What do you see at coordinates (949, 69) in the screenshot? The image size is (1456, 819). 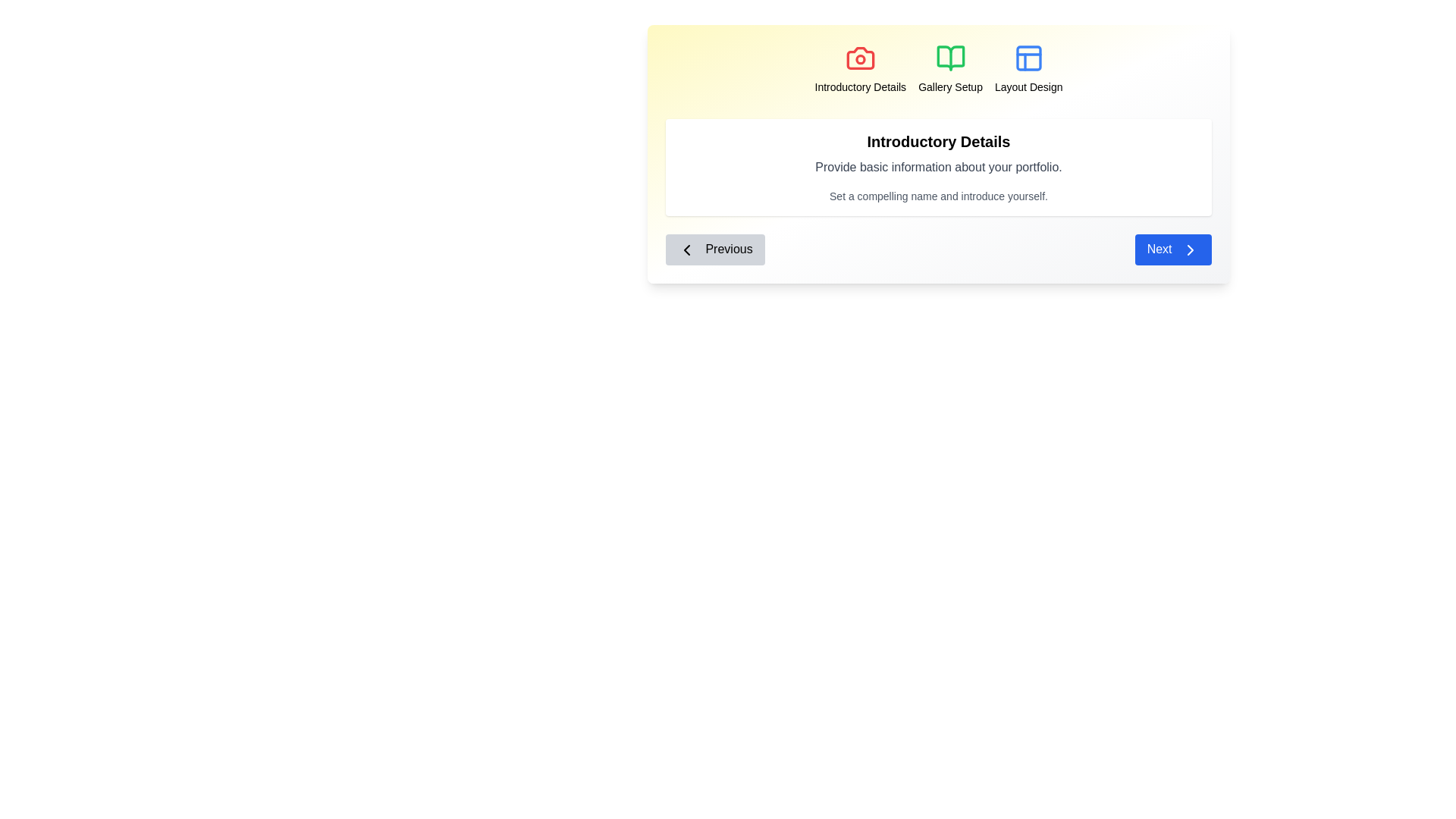 I see `the 'Gallery Setup' navigation link, which features a green open book icon followed by the text 'Gallery Setup' centered below it` at bounding box center [949, 69].